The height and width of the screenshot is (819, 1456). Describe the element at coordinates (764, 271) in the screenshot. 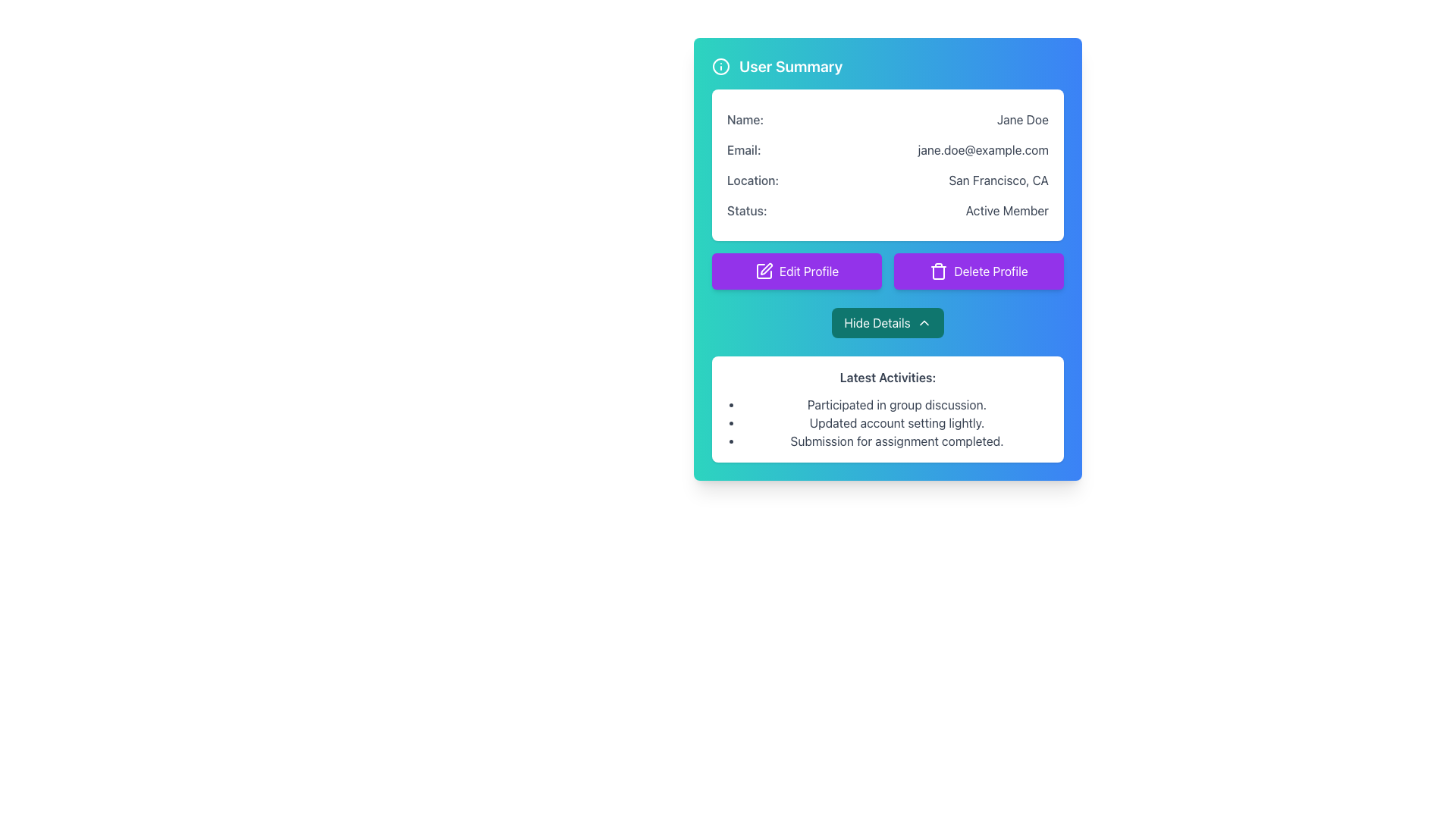

I see `the edit icon within the 'Edit Profile' button, which allows users to modify their profile information` at that location.